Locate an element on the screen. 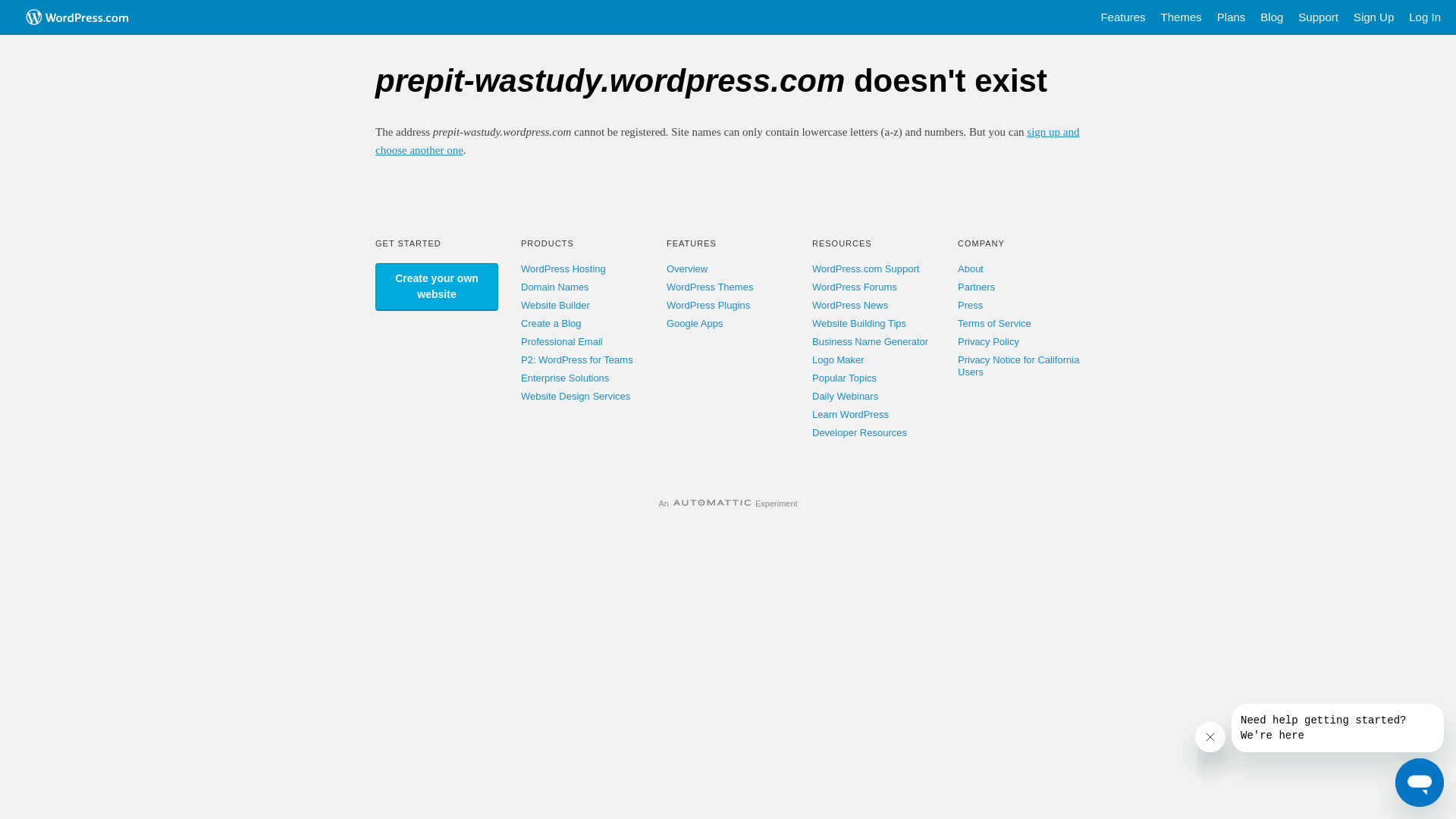 This screenshot has width=1456, height=819. 'Website Design Services' is located at coordinates (574, 395).